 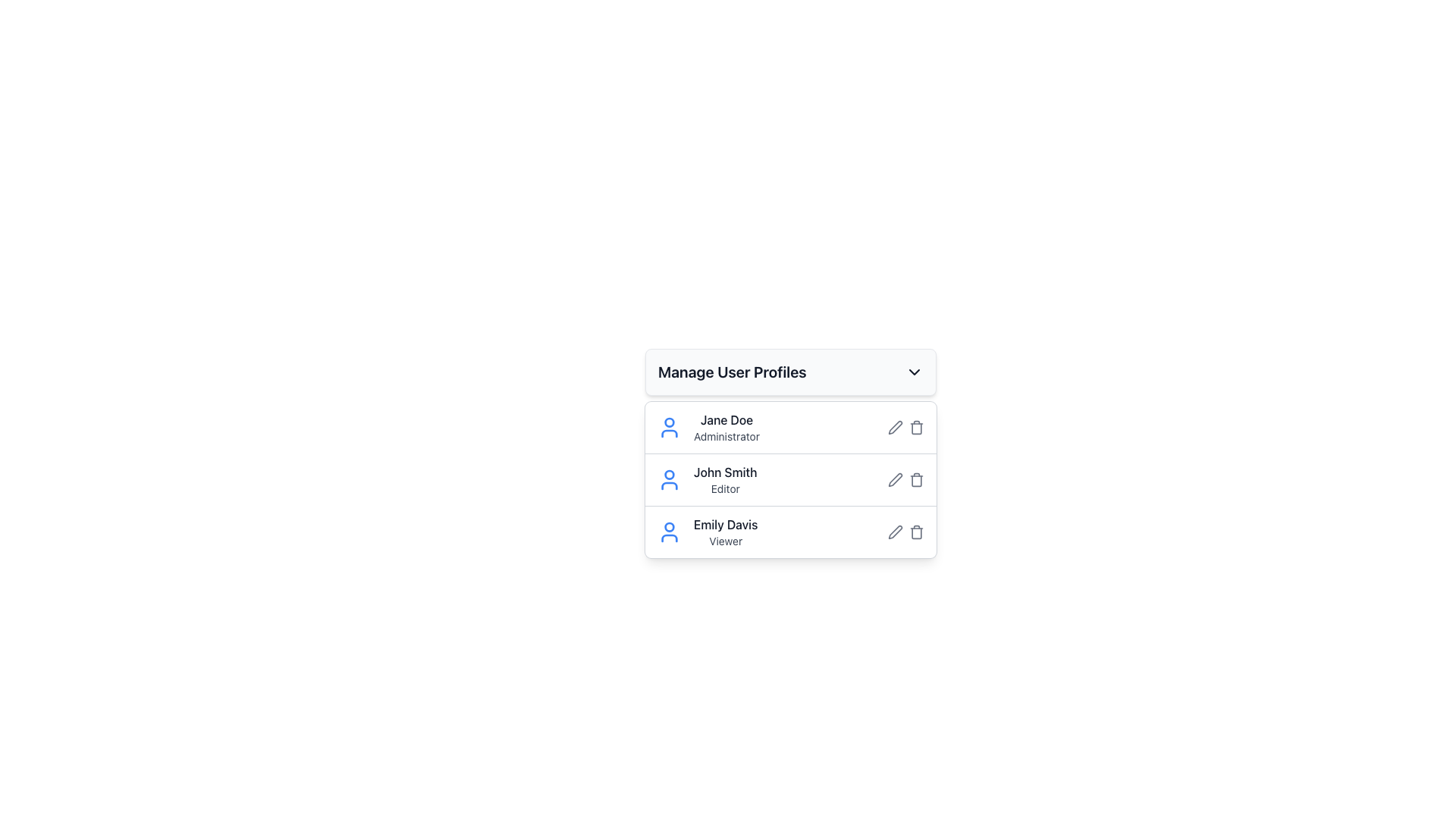 What do you see at coordinates (789, 531) in the screenshot?
I see `the user information displayed in the User Profile Display for Emily Davis, located in the Manage User Profiles section` at bounding box center [789, 531].